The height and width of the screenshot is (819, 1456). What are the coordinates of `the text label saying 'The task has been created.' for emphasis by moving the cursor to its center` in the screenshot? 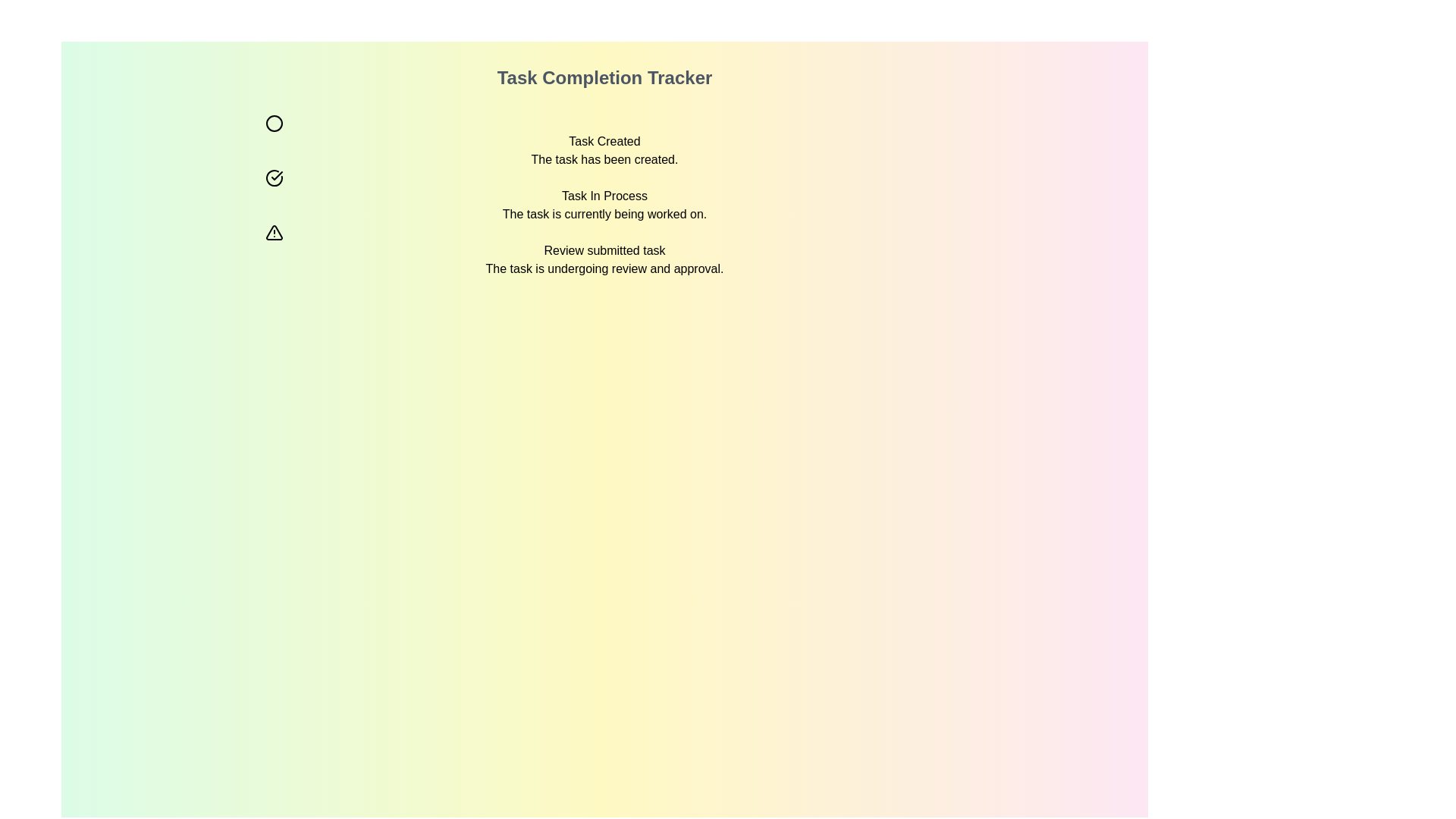 It's located at (604, 160).